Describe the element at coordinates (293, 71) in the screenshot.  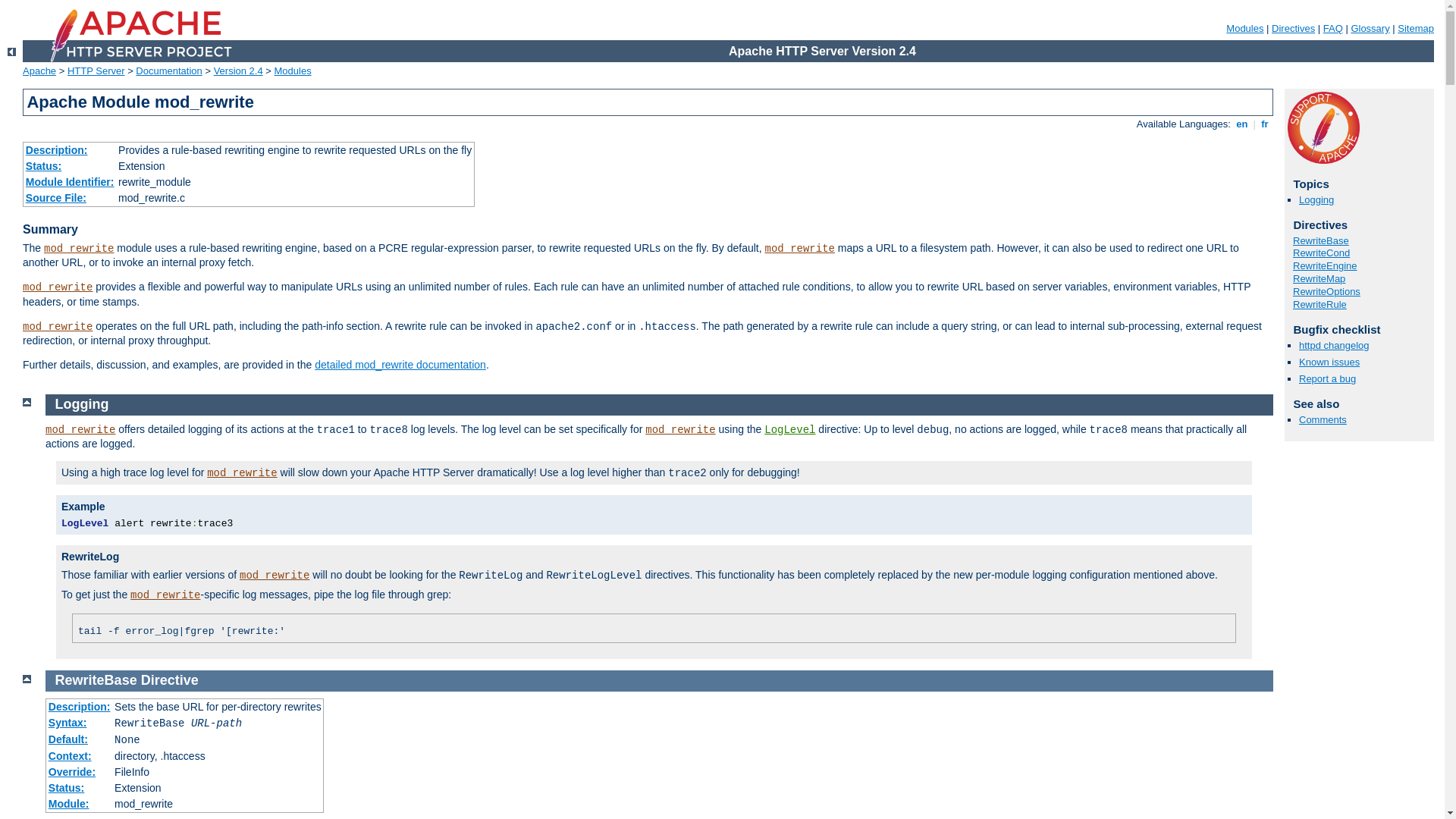
I see `'Modules'` at that location.